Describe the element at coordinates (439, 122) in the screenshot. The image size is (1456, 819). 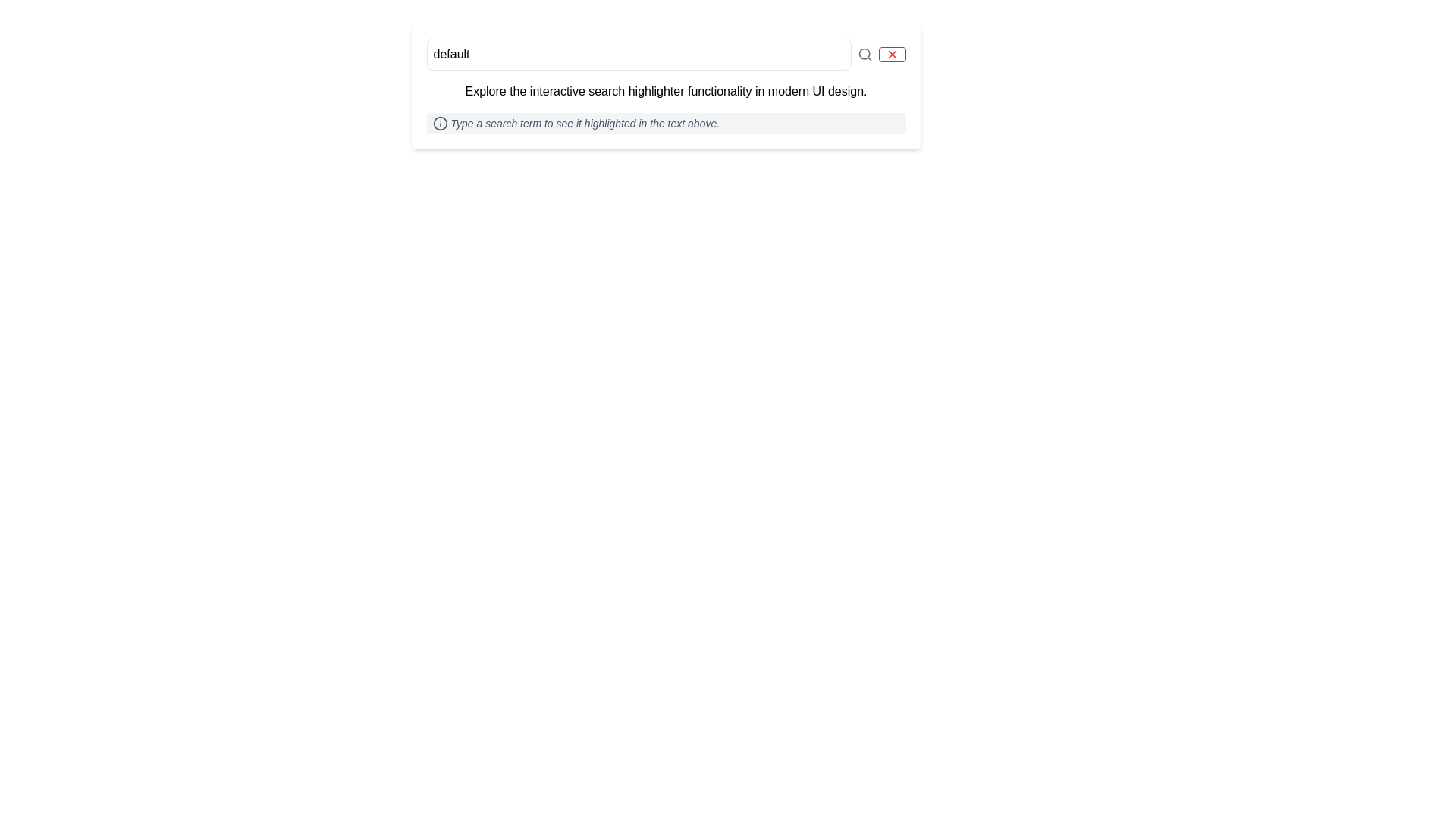
I see `the SVG circle element that serves as the base of an icon located to the left side of the search bar` at that location.